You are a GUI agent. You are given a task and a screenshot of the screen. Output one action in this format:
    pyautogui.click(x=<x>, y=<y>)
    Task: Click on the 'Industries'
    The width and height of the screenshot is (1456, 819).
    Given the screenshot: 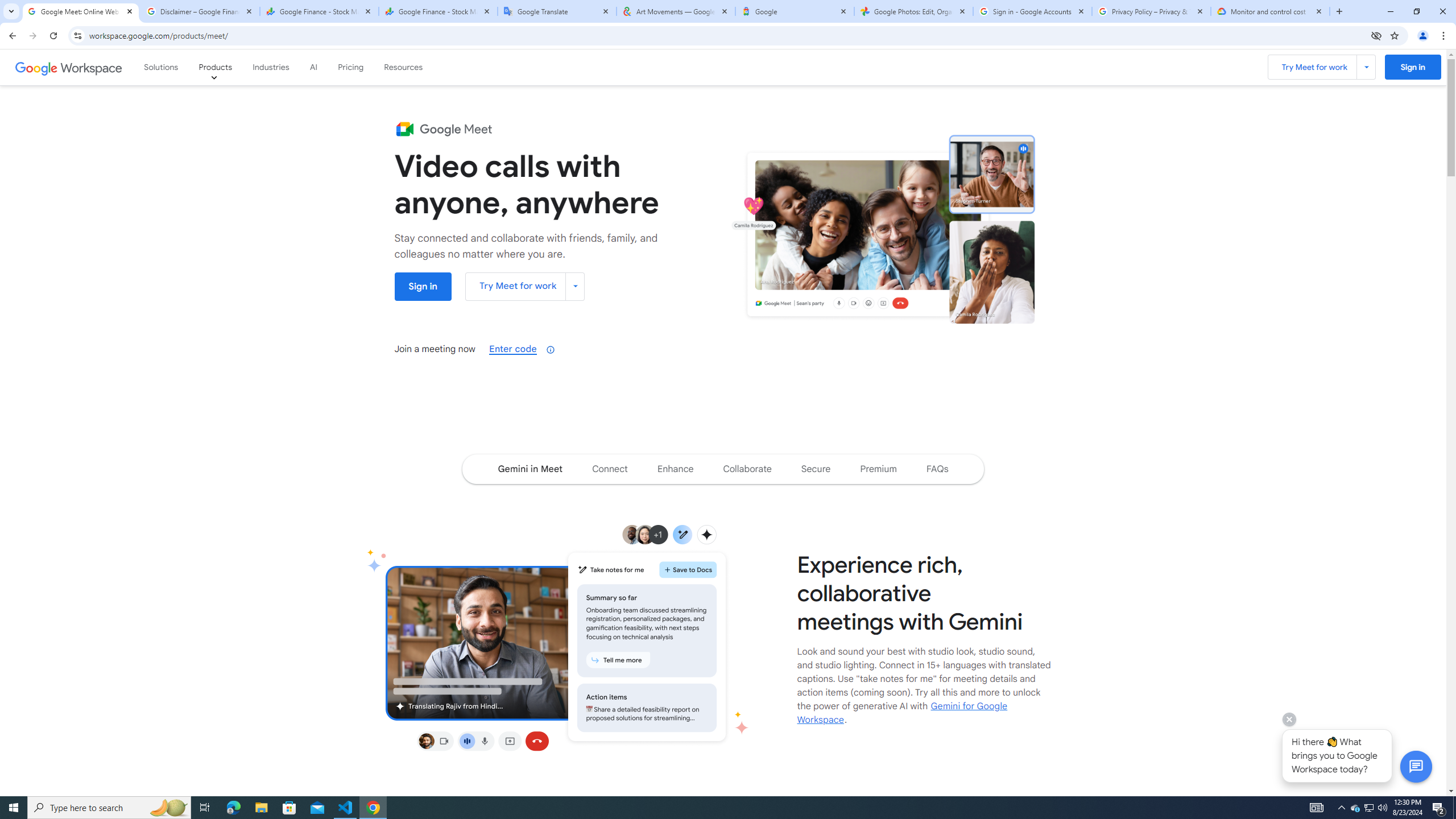 What is the action you would take?
    pyautogui.click(x=271, y=67)
    